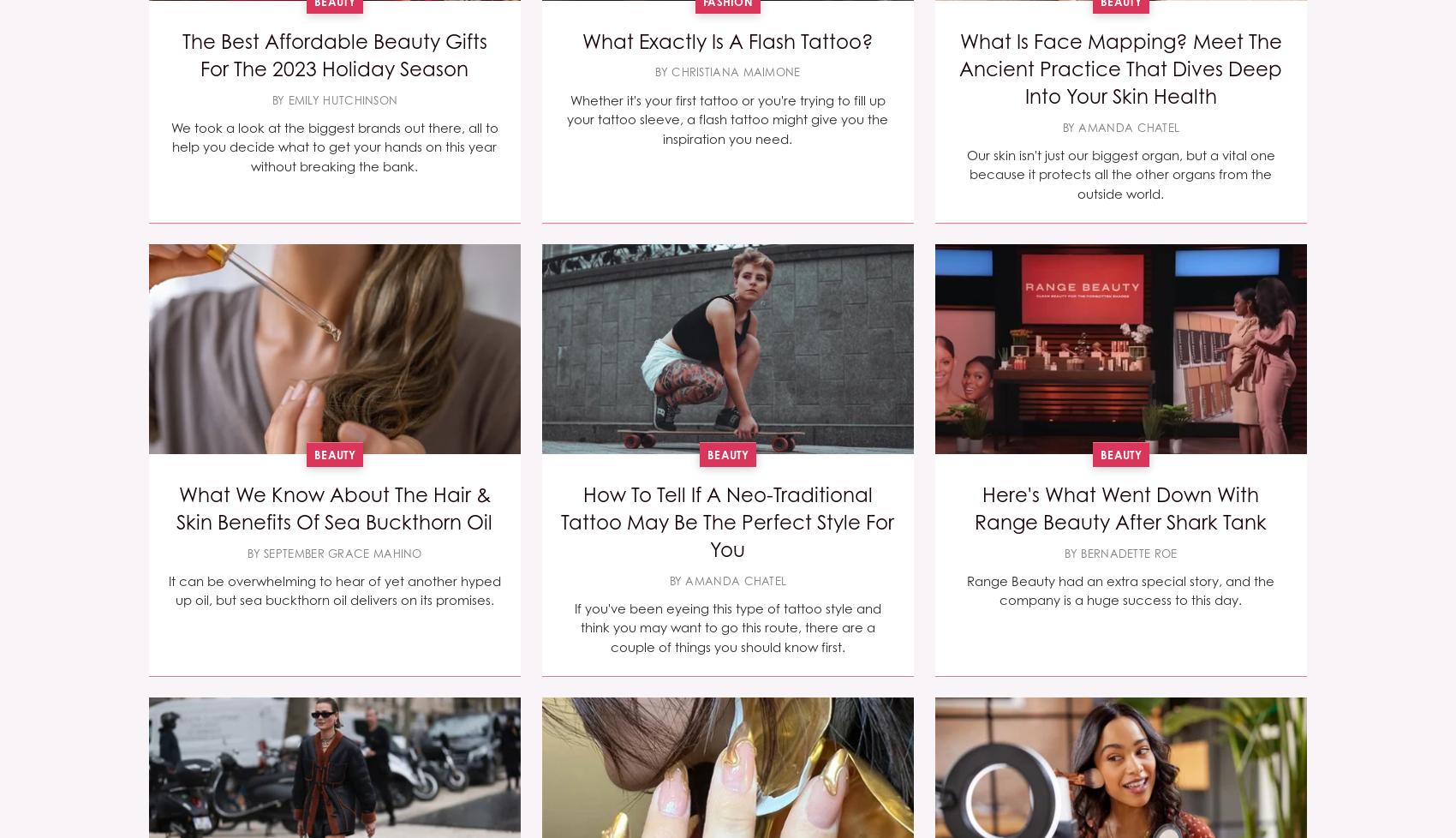  I want to click on 'What Exactly Is A Flash Tattoo?', so click(725, 40).